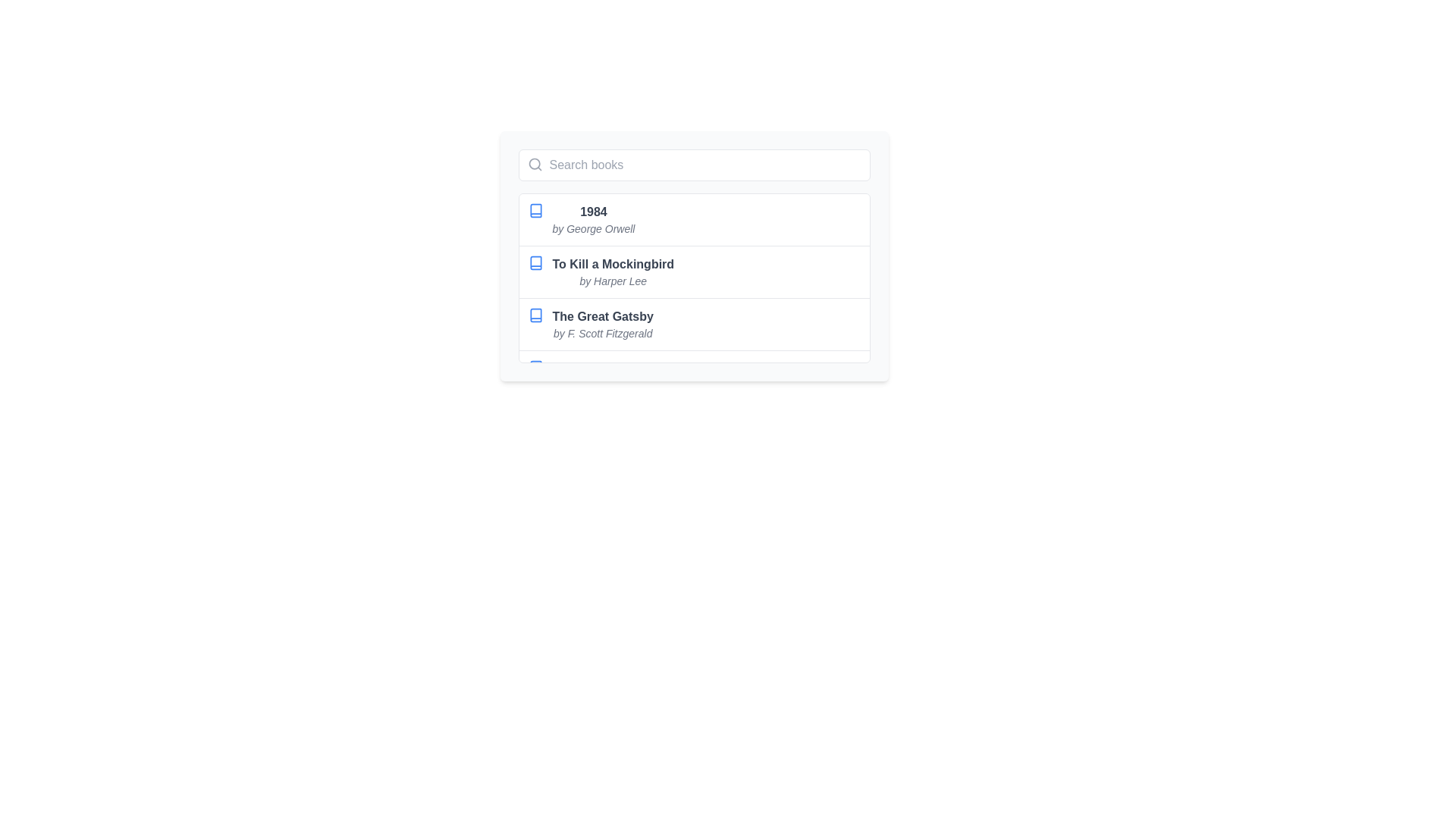 This screenshot has width=1456, height=819. I want to click on the book icon associated with the third list item, which visually represents a book and is located to the left of the text content describing the book title and author, so click(535, 315).